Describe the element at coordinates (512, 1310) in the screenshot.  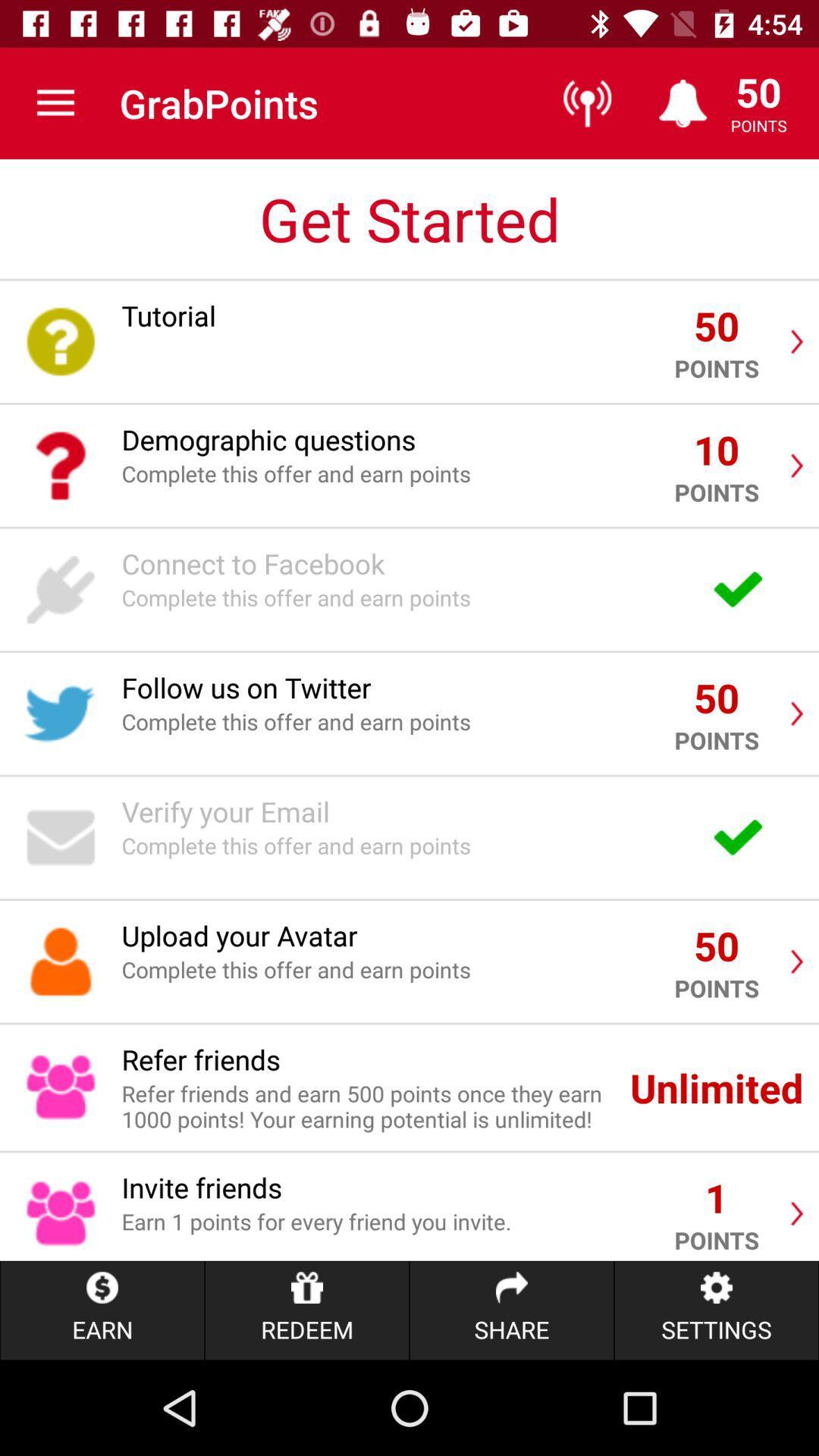
I see `item next to the settings` at that location.